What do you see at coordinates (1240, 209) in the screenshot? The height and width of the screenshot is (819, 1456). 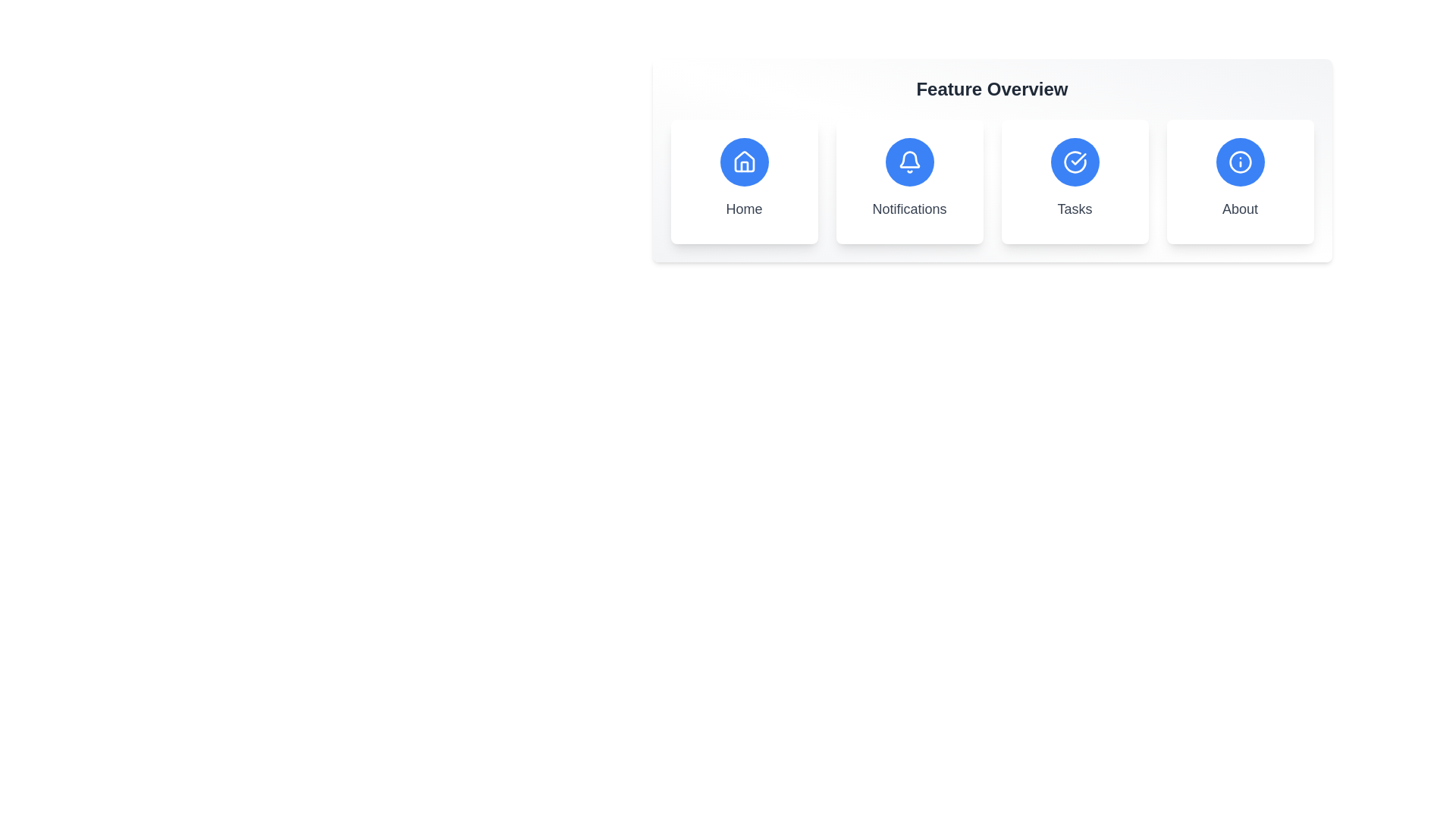 I see `the static text label that serves as the title for the 'About' section, located at the bottom center of the fourth card in a horizontal row of four cards` at bounding box center [1240, 209].